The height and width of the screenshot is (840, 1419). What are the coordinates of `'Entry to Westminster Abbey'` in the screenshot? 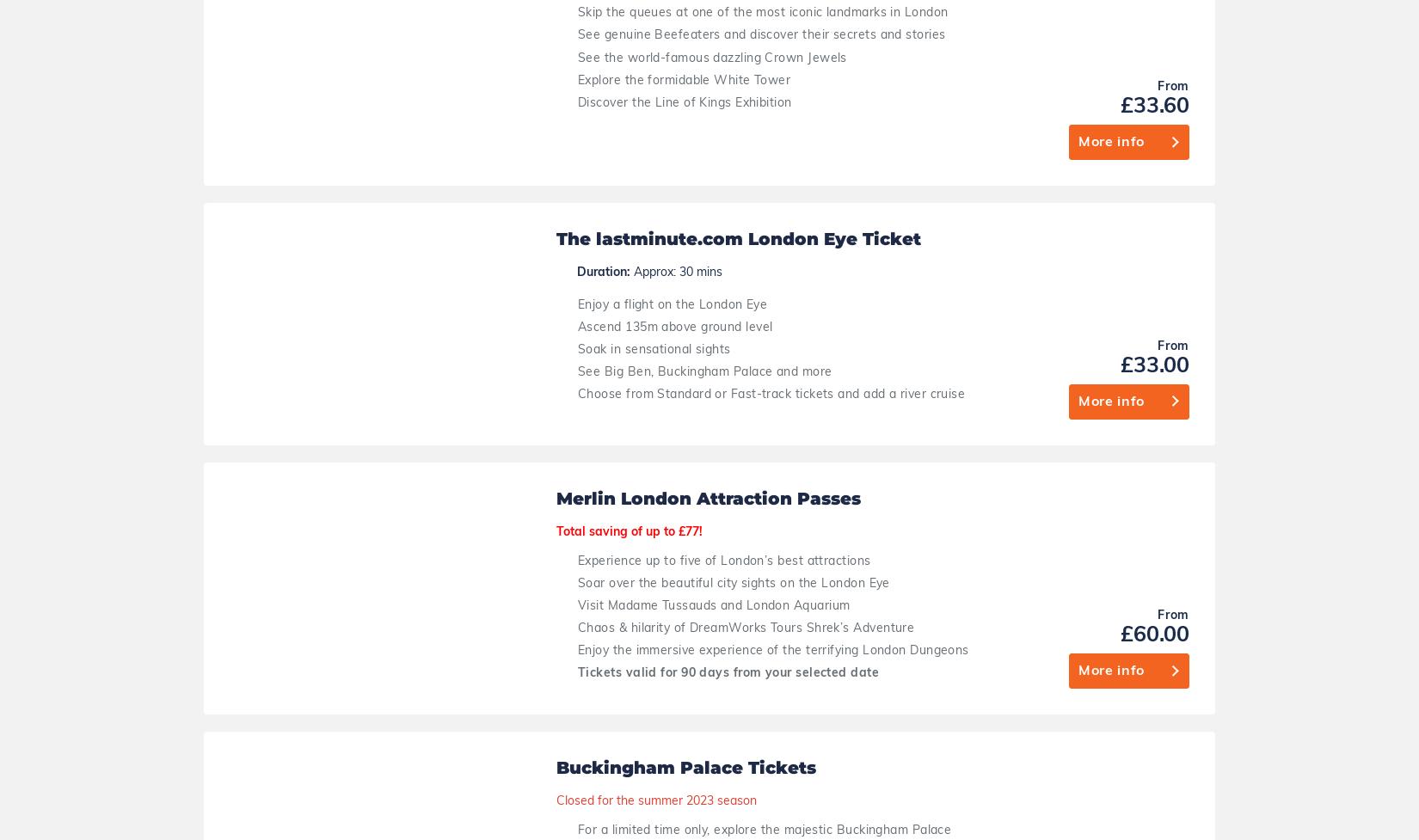 It's located at (606, 554).